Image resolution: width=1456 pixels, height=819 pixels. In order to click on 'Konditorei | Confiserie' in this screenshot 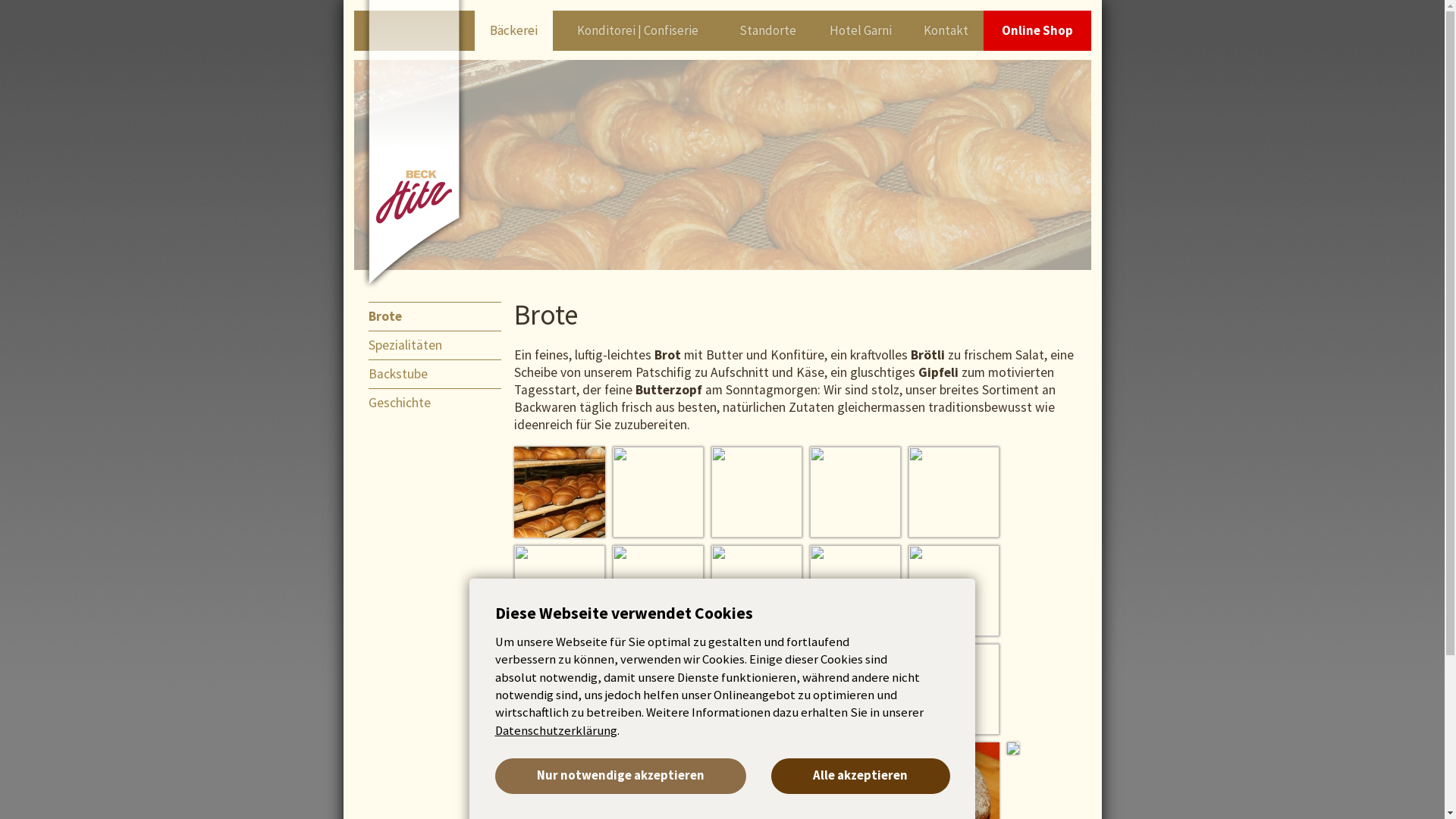, I will do `click(637, 30)`.